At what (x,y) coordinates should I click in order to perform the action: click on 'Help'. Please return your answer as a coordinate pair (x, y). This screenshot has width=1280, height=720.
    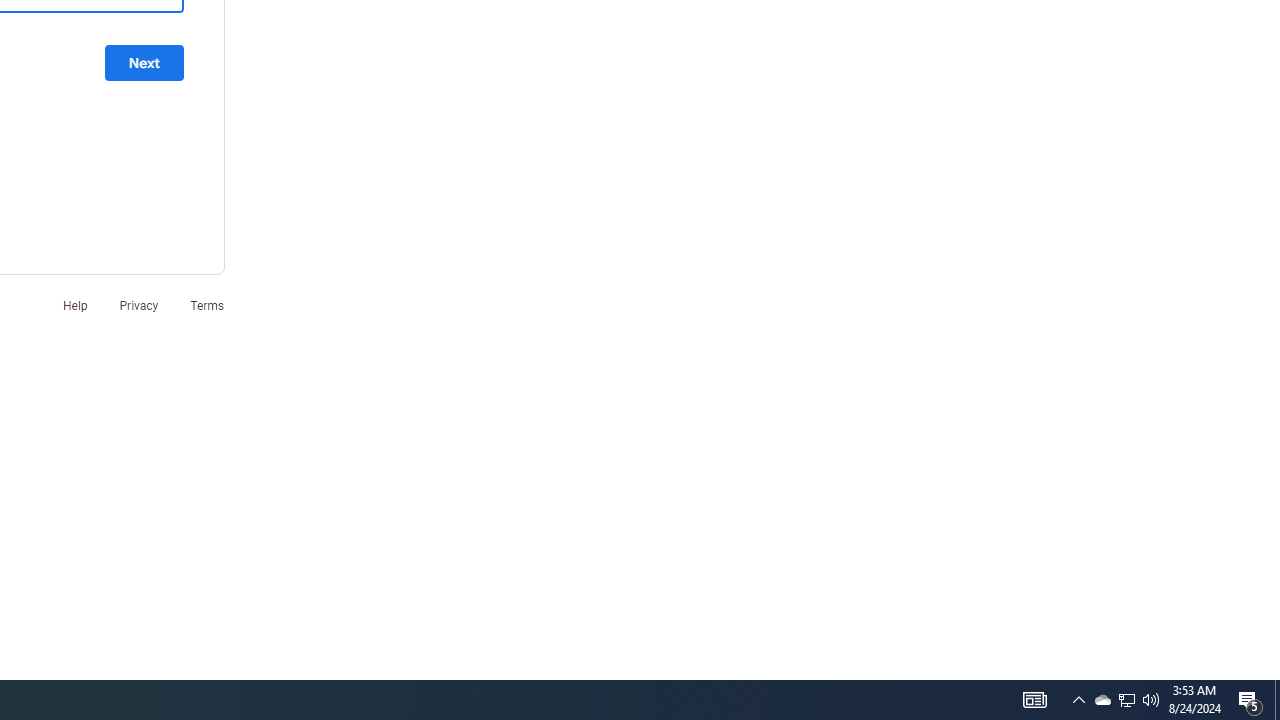
    Looking at the image, I should click on (74, 305).